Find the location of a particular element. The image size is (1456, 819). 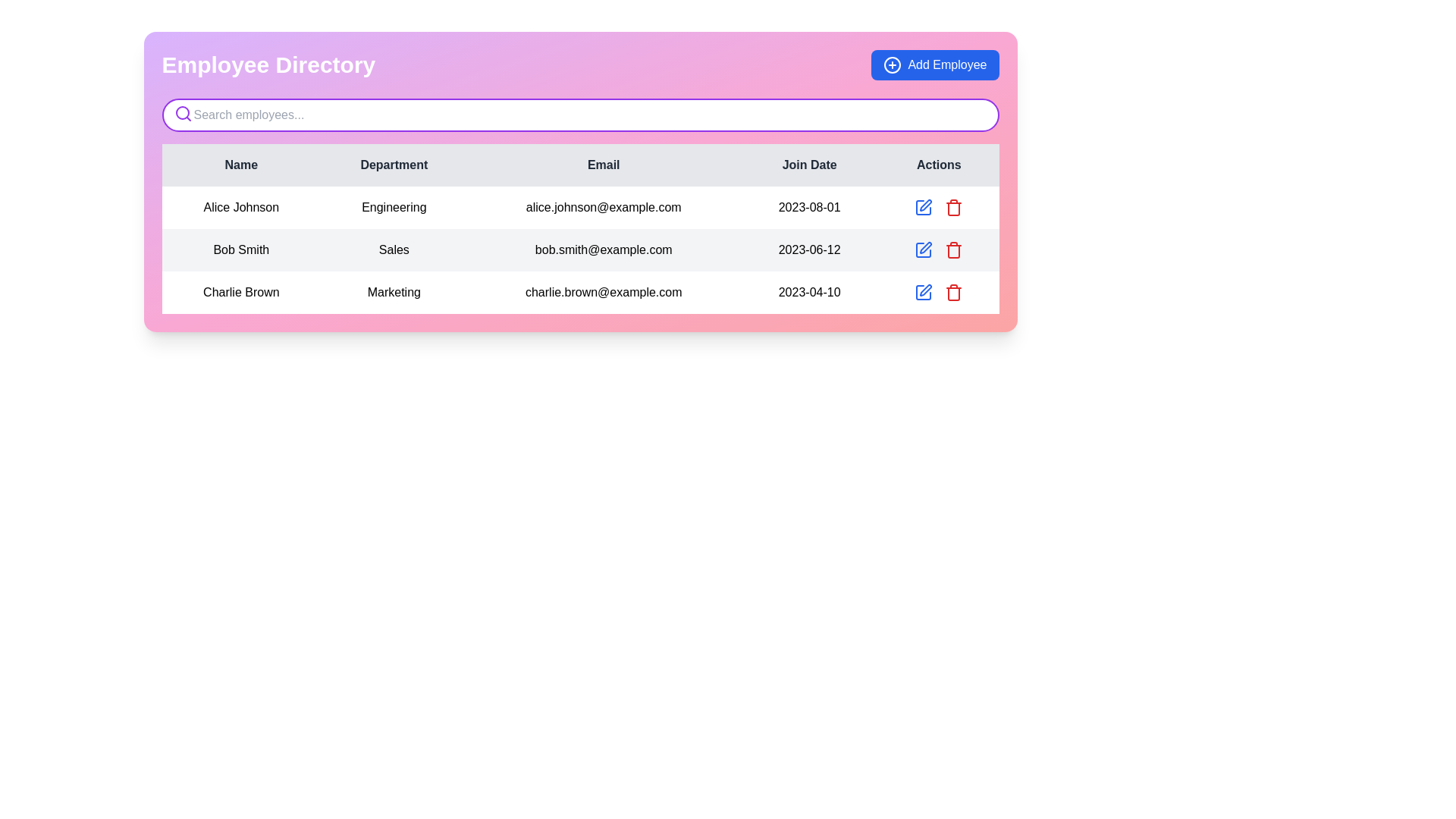

the text label displaying 'Charlie Brown', which is the first column of the last row in a tabular layout is located at coordinates (240, 292).